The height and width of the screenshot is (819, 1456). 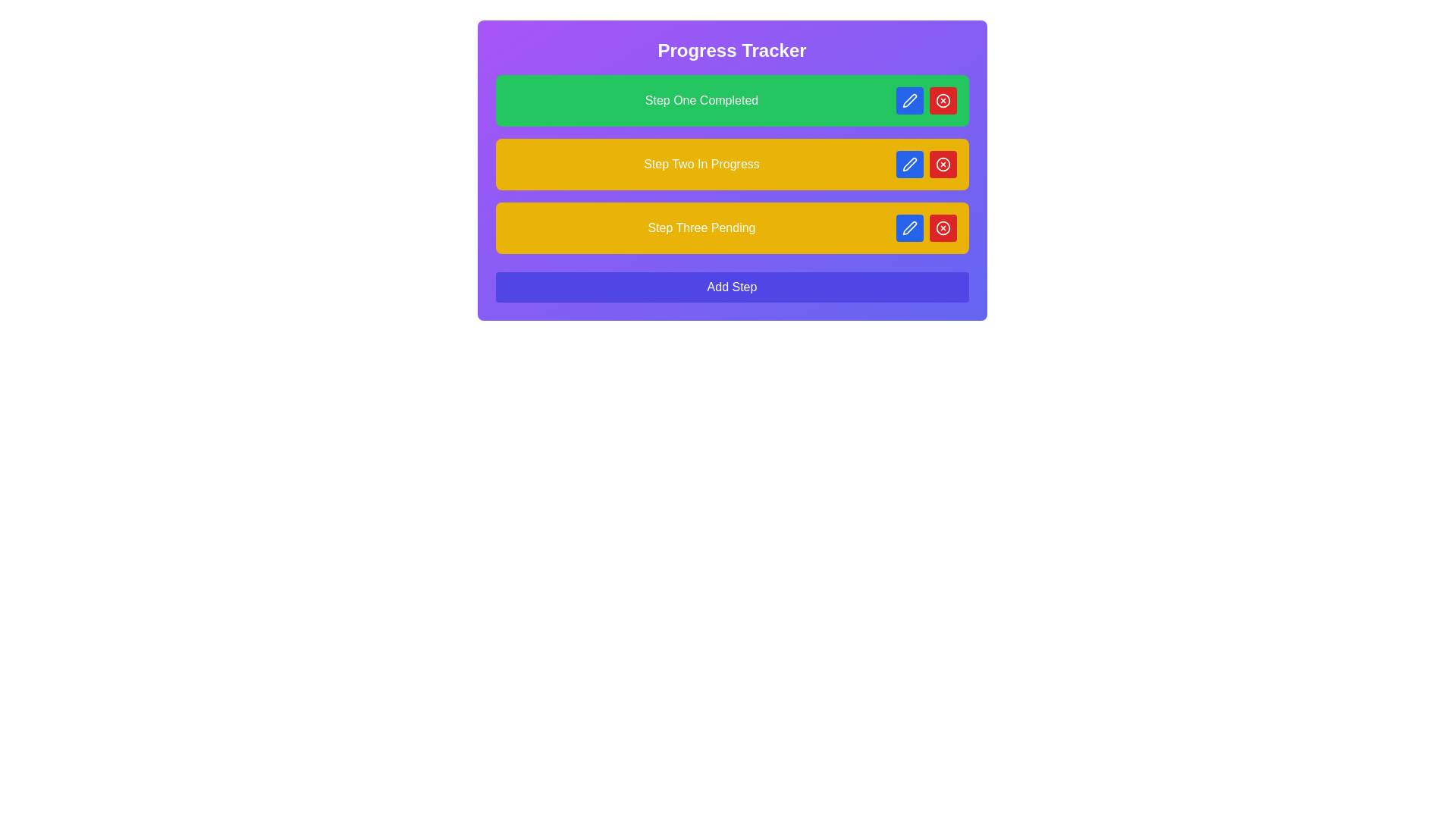 What do you see at coordinates (732, 164) in the screenshot?
I see `the progress step element in the Progress Tracker interface, which is located between 'Step One Completed' and 'Step Three Pending'` at bounding box center [732, 164].